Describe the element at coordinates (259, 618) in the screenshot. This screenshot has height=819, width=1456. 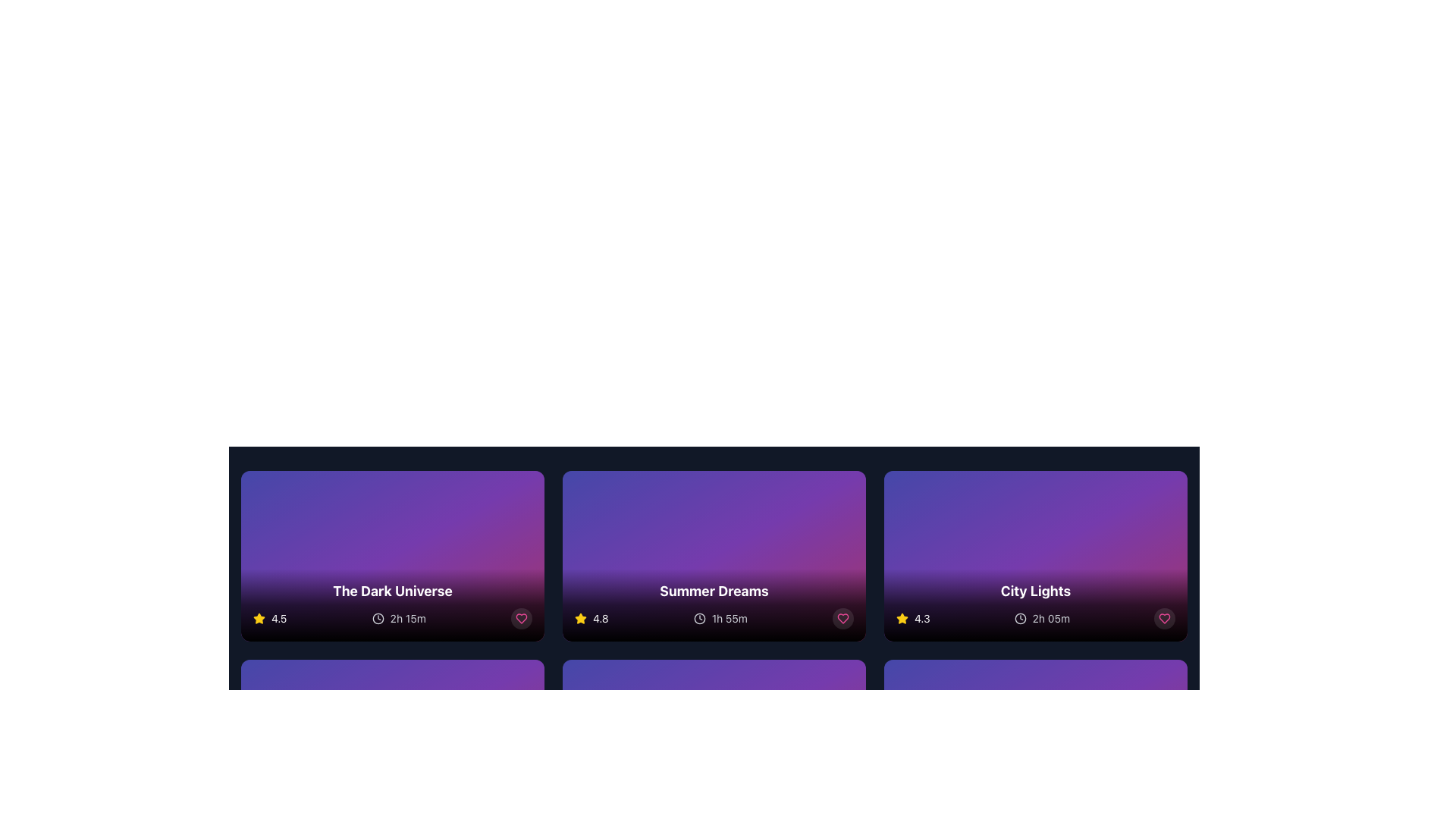
I see `the yellow star icon used for rating representation located to the left of the rating score '4.5' in the bottom information bar of 'The Dark Universe' media card` at that location.